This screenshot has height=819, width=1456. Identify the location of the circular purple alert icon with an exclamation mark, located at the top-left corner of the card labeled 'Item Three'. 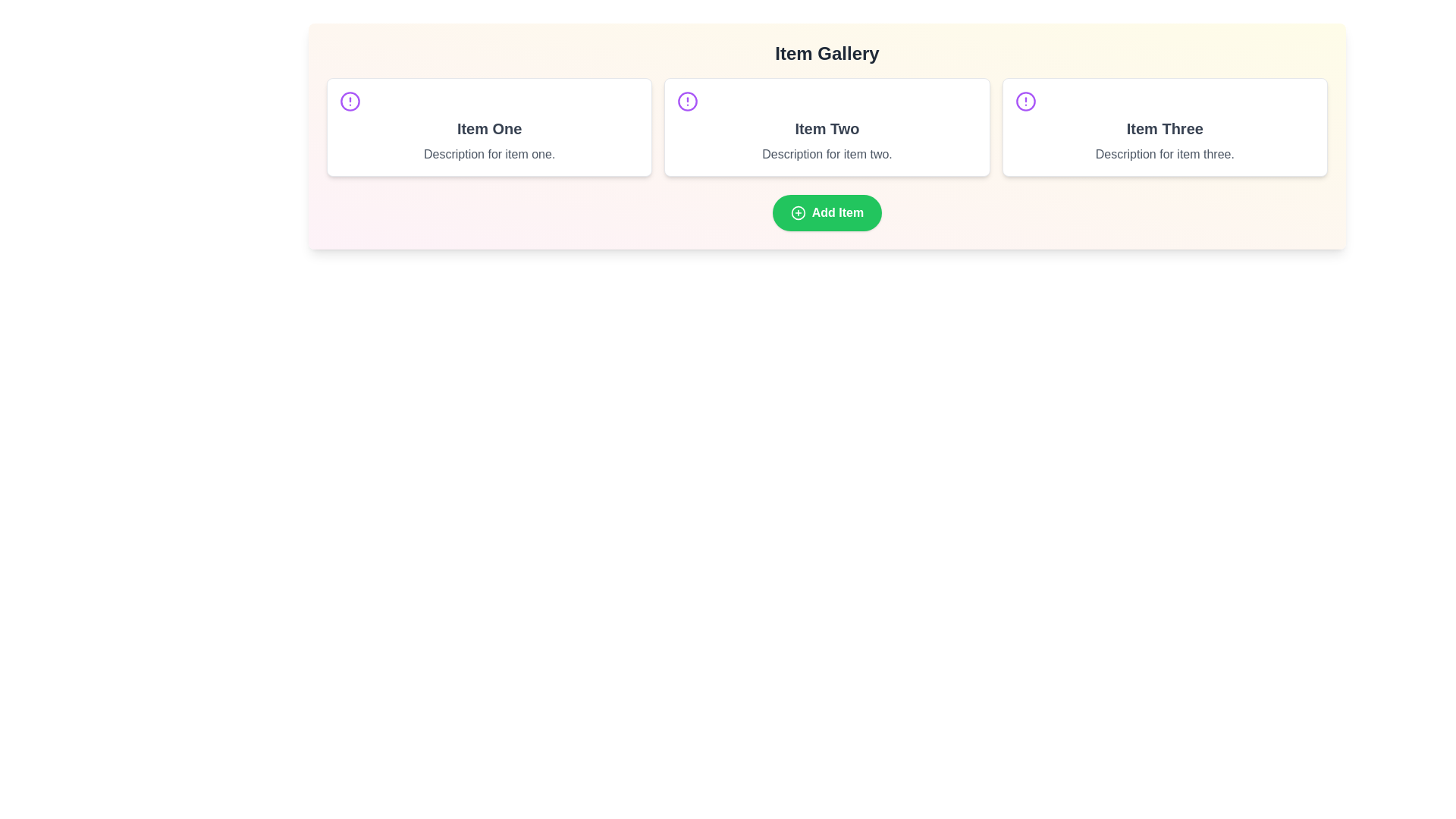
(1025, 102).